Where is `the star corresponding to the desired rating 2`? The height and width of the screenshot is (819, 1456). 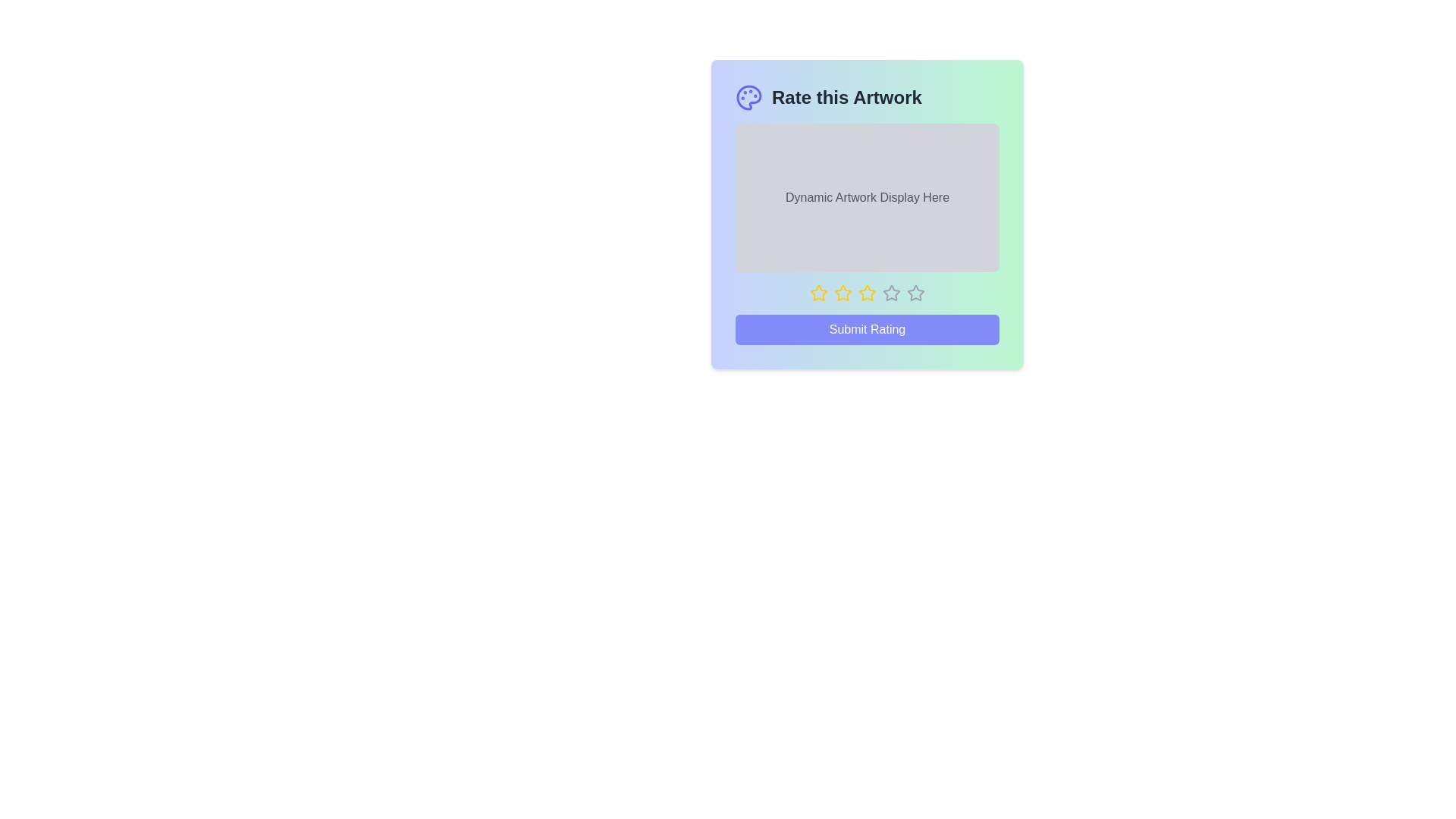
the star corresponding to the desired rating 2 is located at coordinates (843, 293).